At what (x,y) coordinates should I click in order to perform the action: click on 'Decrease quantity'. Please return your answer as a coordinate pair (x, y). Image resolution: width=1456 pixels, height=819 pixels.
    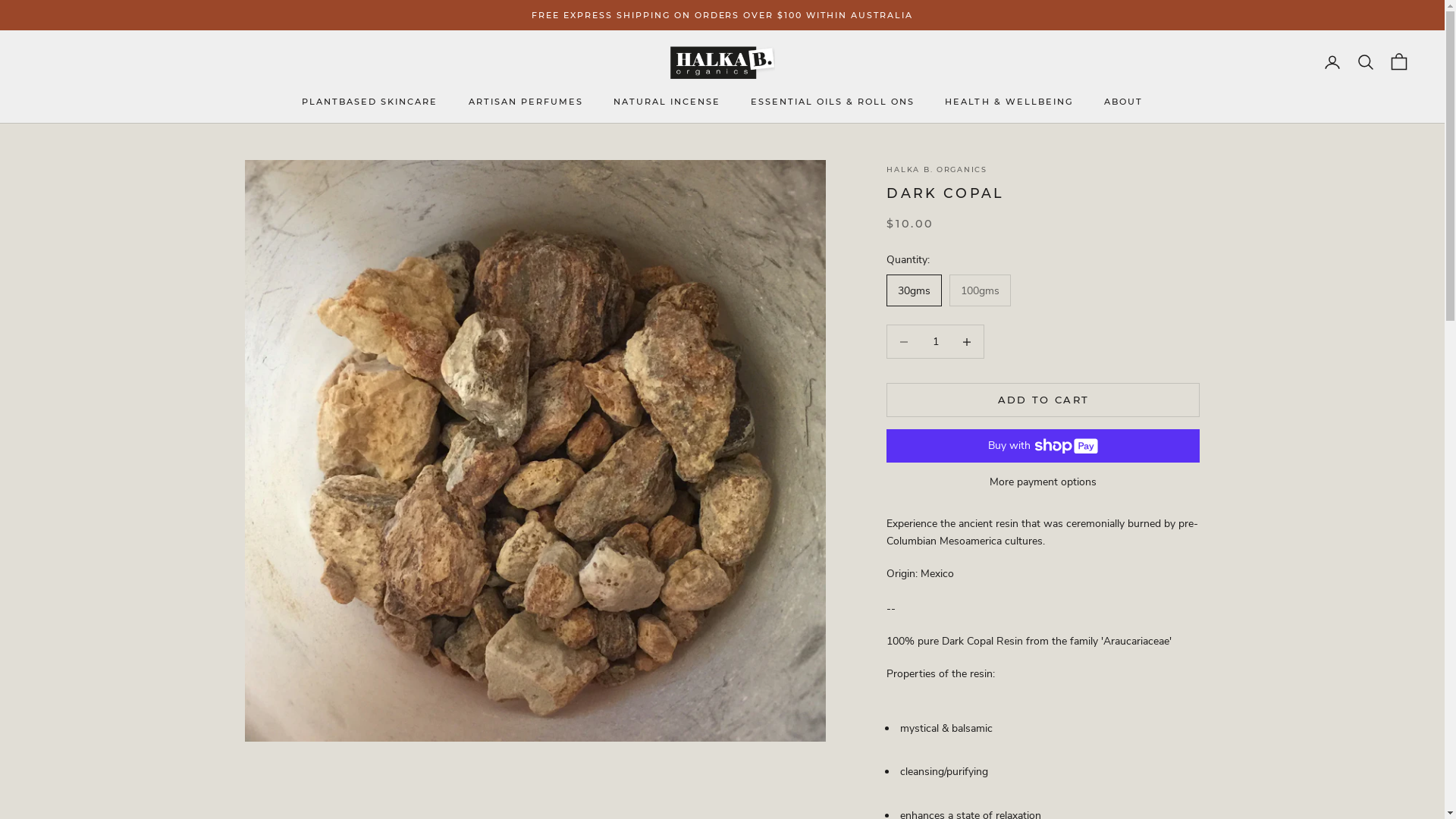
    Looking at the image, I should click on (903, 341).